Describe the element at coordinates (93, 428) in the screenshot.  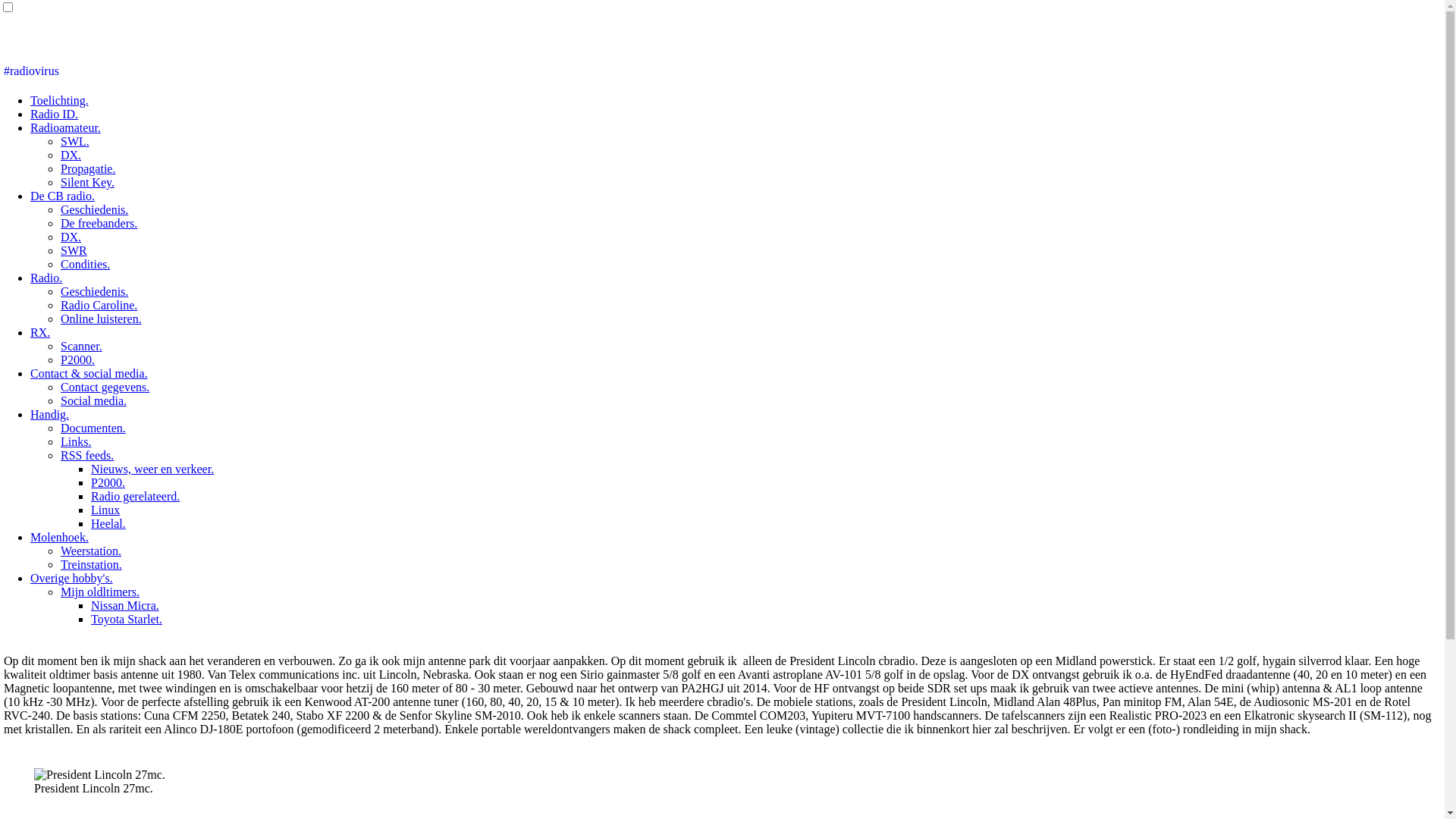
I see `'Documenten.'` at that location.